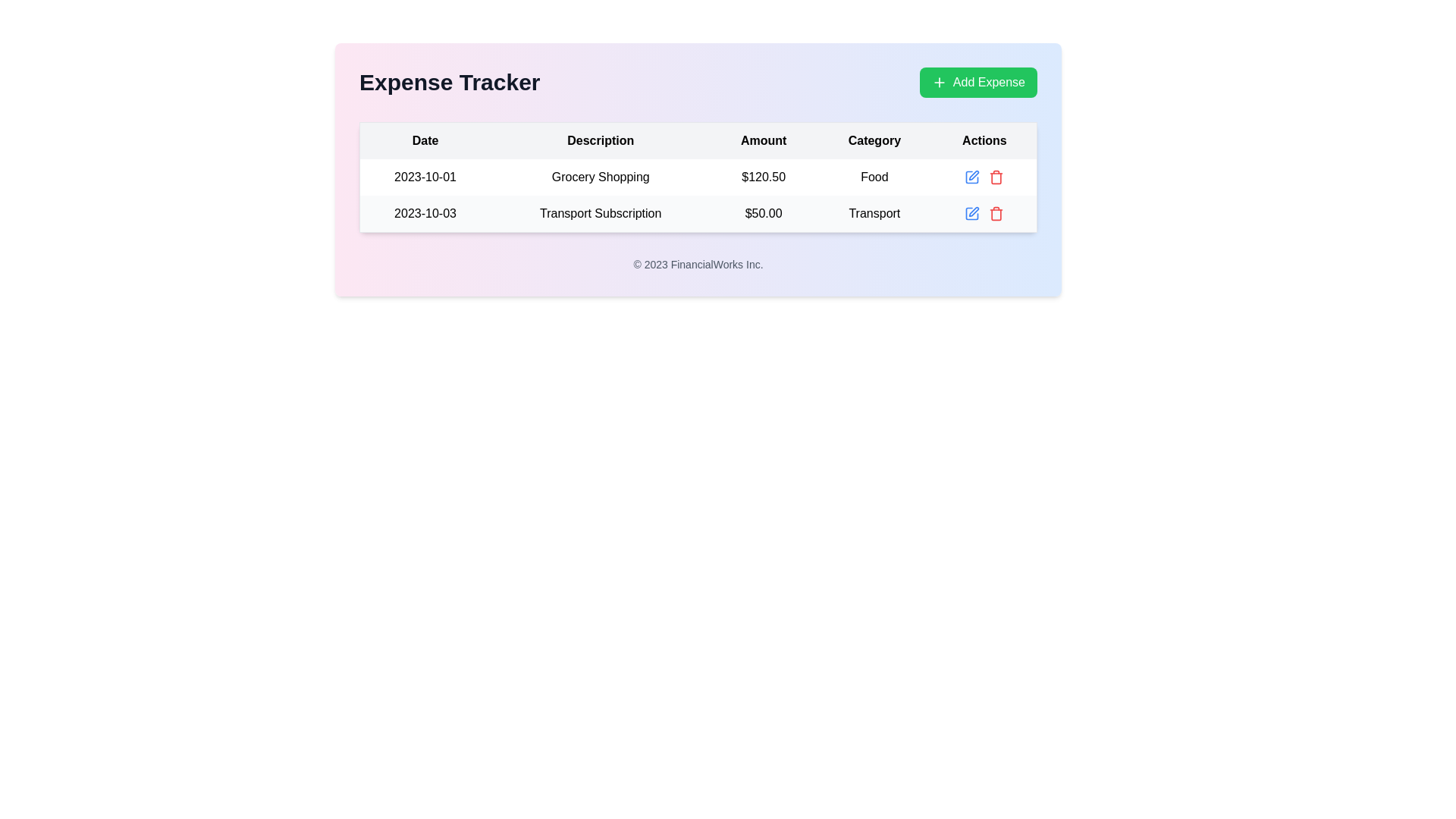 The image size is (1456, 819). Describe the element at coordinates (938, 82) in the screenshot. I see `the 'Add Expense' button that contains the icon representing the action` at that location.